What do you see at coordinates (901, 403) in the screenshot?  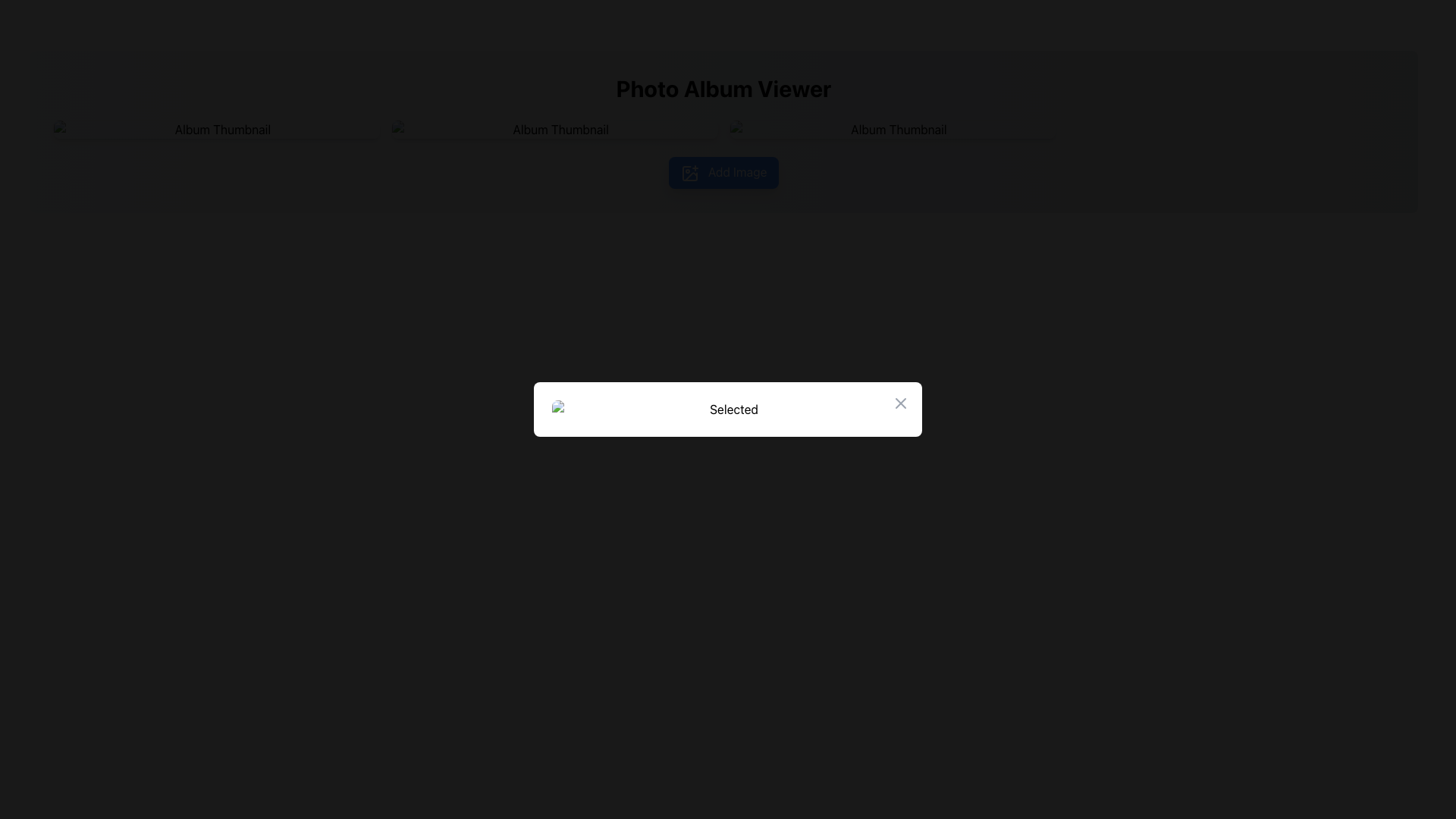 I see `the close button represented by an SVG icon in the shape of an 'X' located in the top-right corner of the modal's toolbar` at bounding box center [901, 403].